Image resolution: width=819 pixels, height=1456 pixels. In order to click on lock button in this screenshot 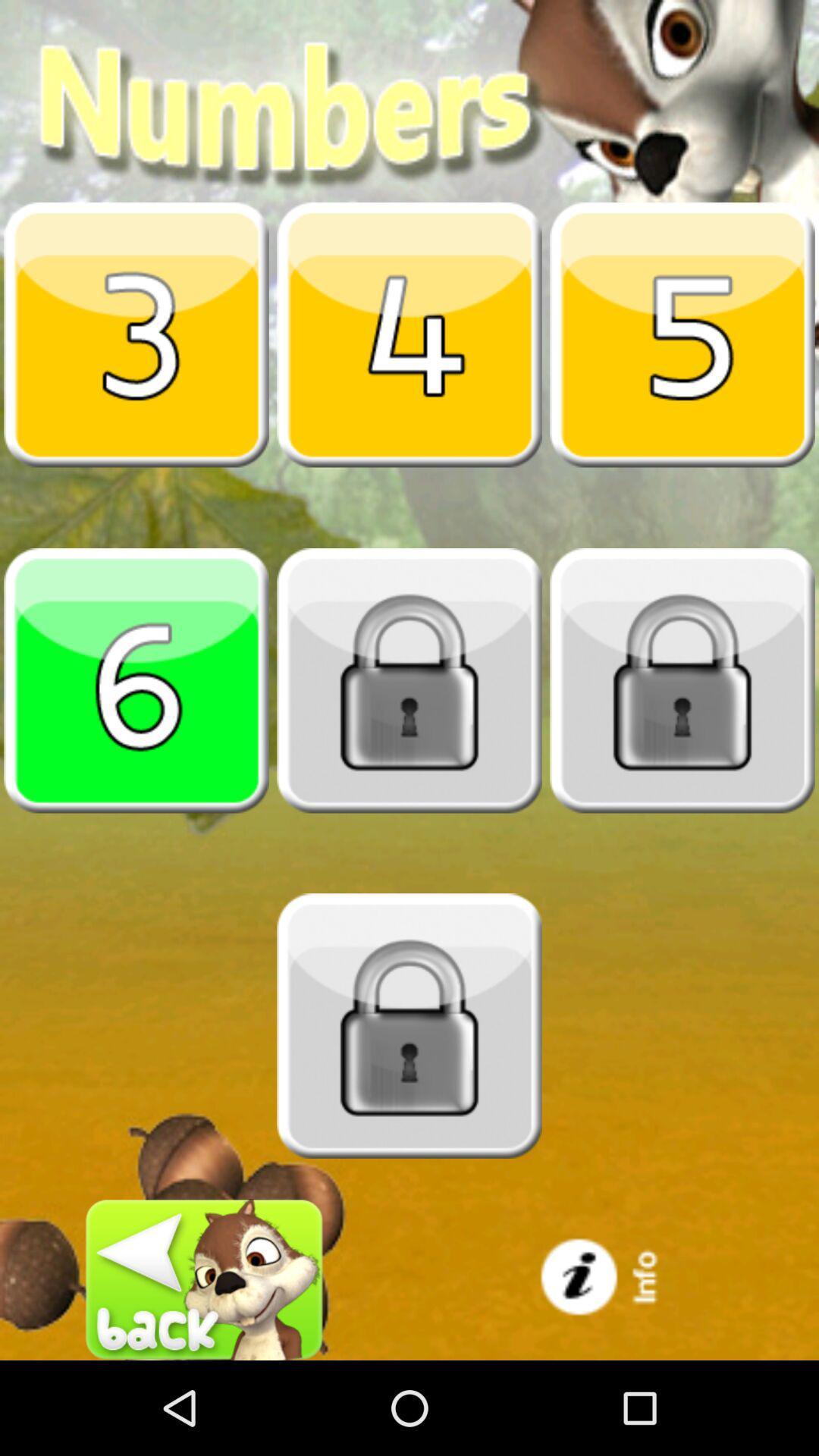, I will do `click(681, 679)`.